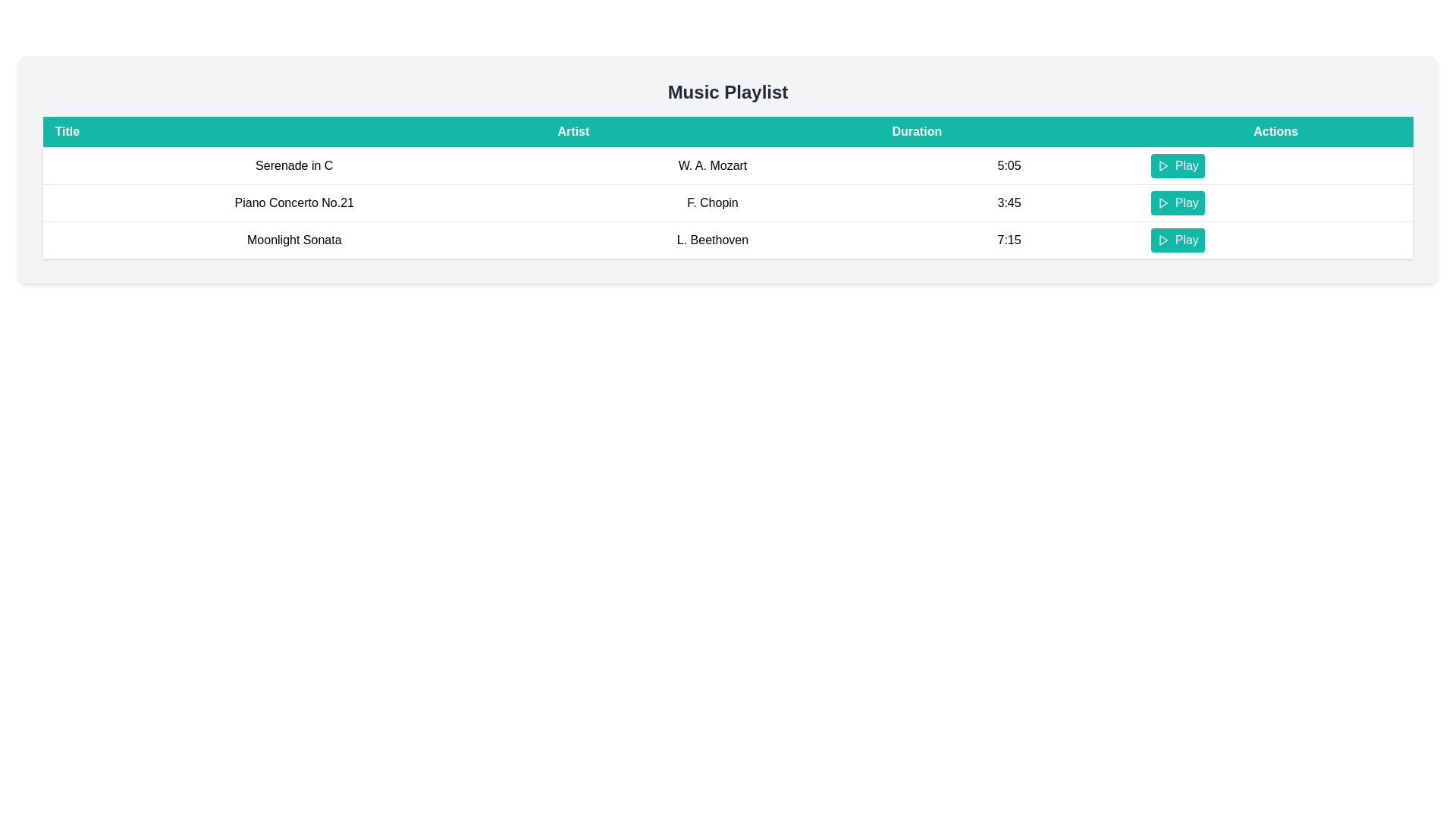  What do you see at coordinates (1009, 166) in the screenshot?
I see `the text label displaying the duration '5:05' in the 'Duration' column of the music playlist table, located in the second row between the 'Artist' and 'Actions' columns` at bounding box center [1009, 166].